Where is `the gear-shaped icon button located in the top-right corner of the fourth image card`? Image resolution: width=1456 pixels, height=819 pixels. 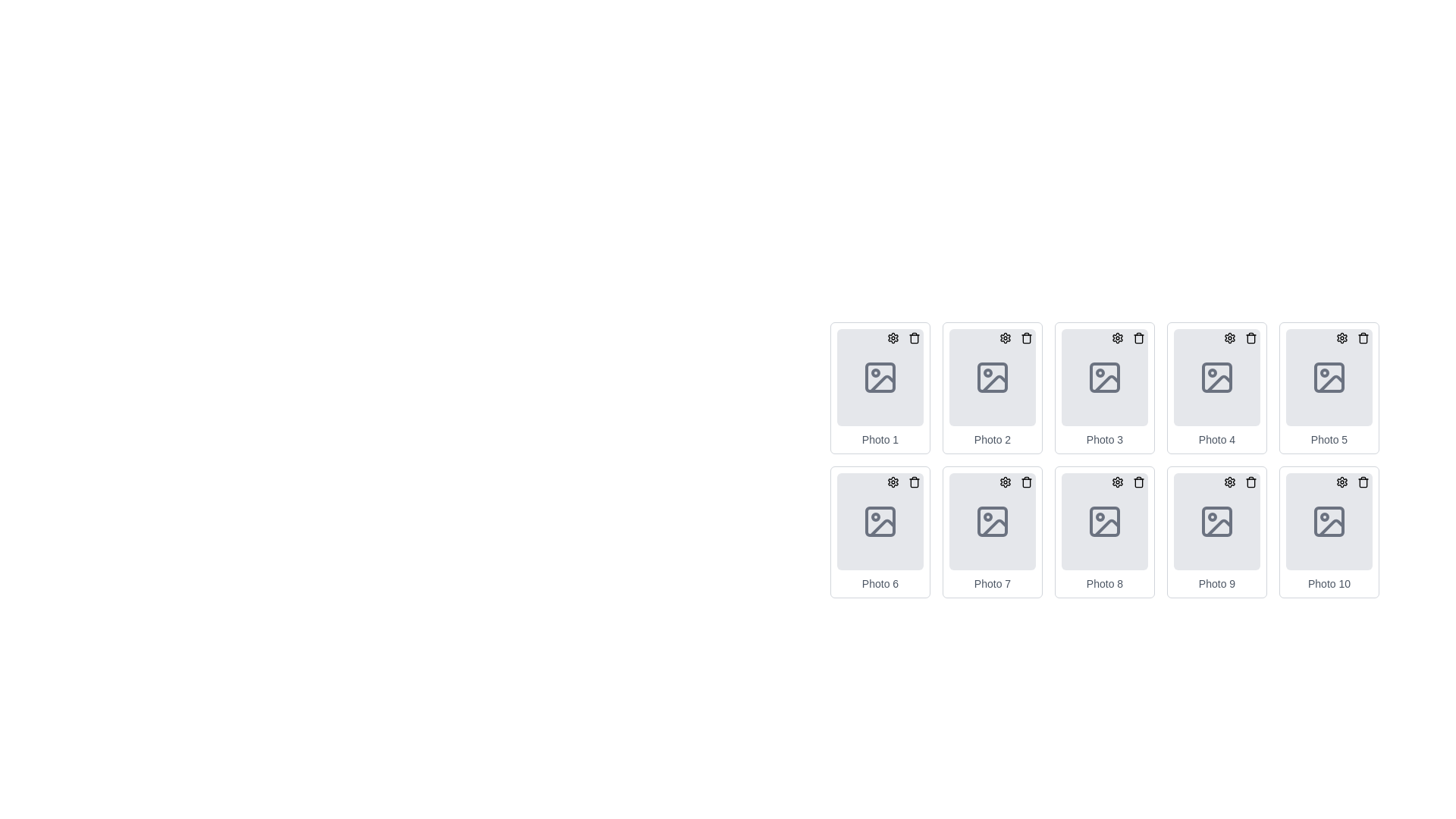
the gear-shaped icon button located in the top-right corner of the fourth image card is located at coordinates (1230, 337).